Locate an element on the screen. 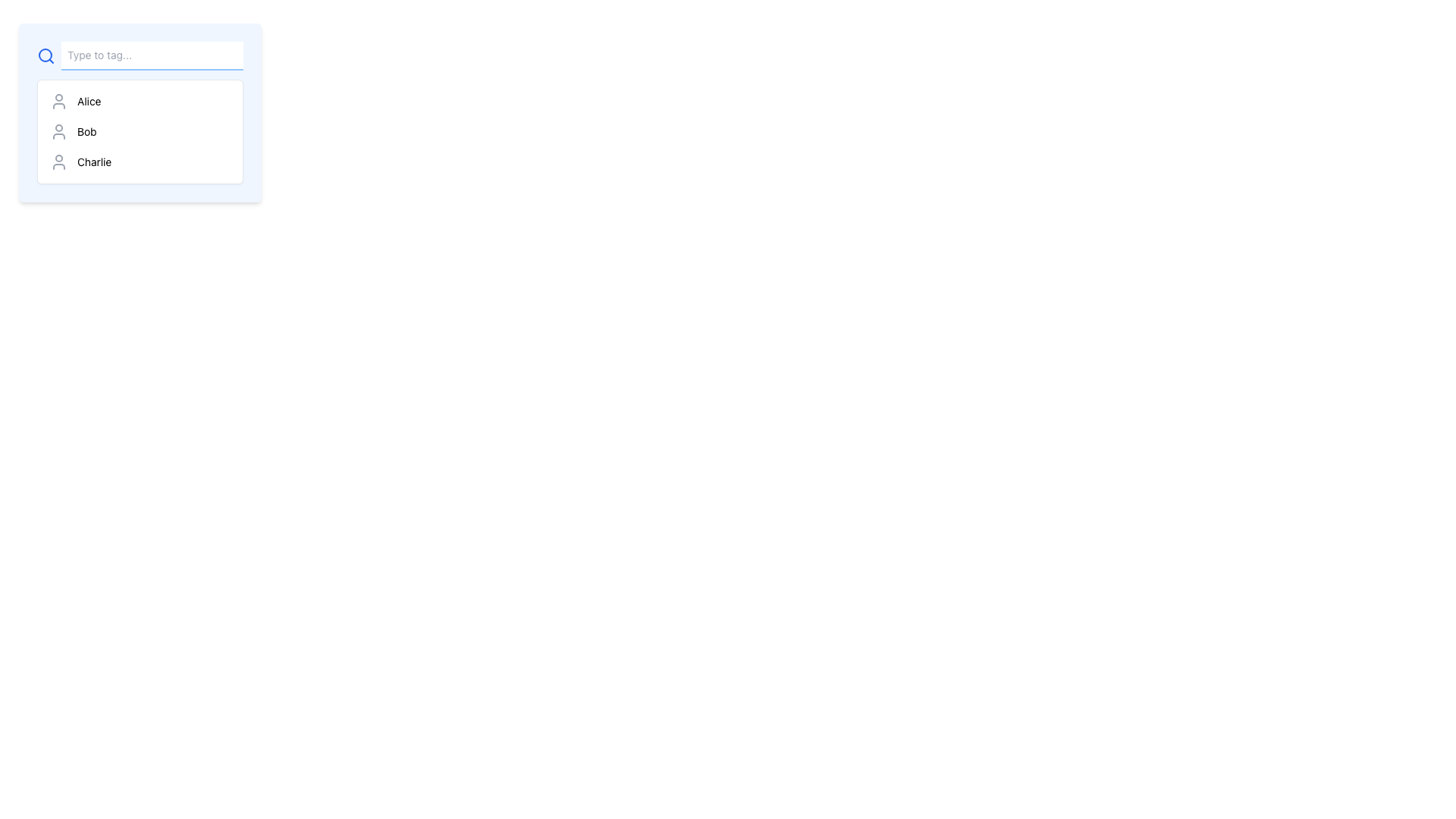  the user icon located adjacent to the text 'Charlie' is located at coordinates (58, 162).